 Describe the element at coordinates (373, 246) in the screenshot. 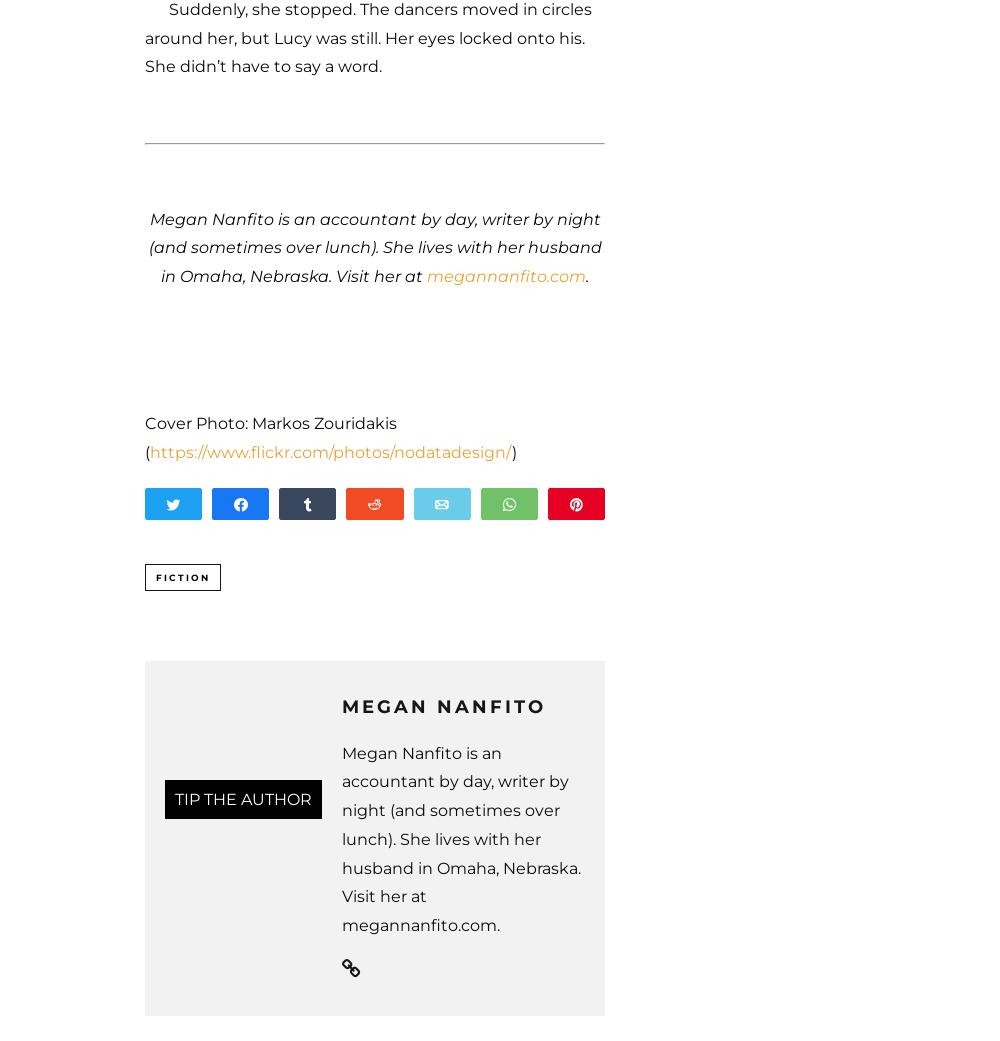

I see `'Megan Nanfito is an accountant by day, writer by night (and sometimes over lunch). She lives with her husband in Omaha, Nebraska. Visit her at'` at that location.